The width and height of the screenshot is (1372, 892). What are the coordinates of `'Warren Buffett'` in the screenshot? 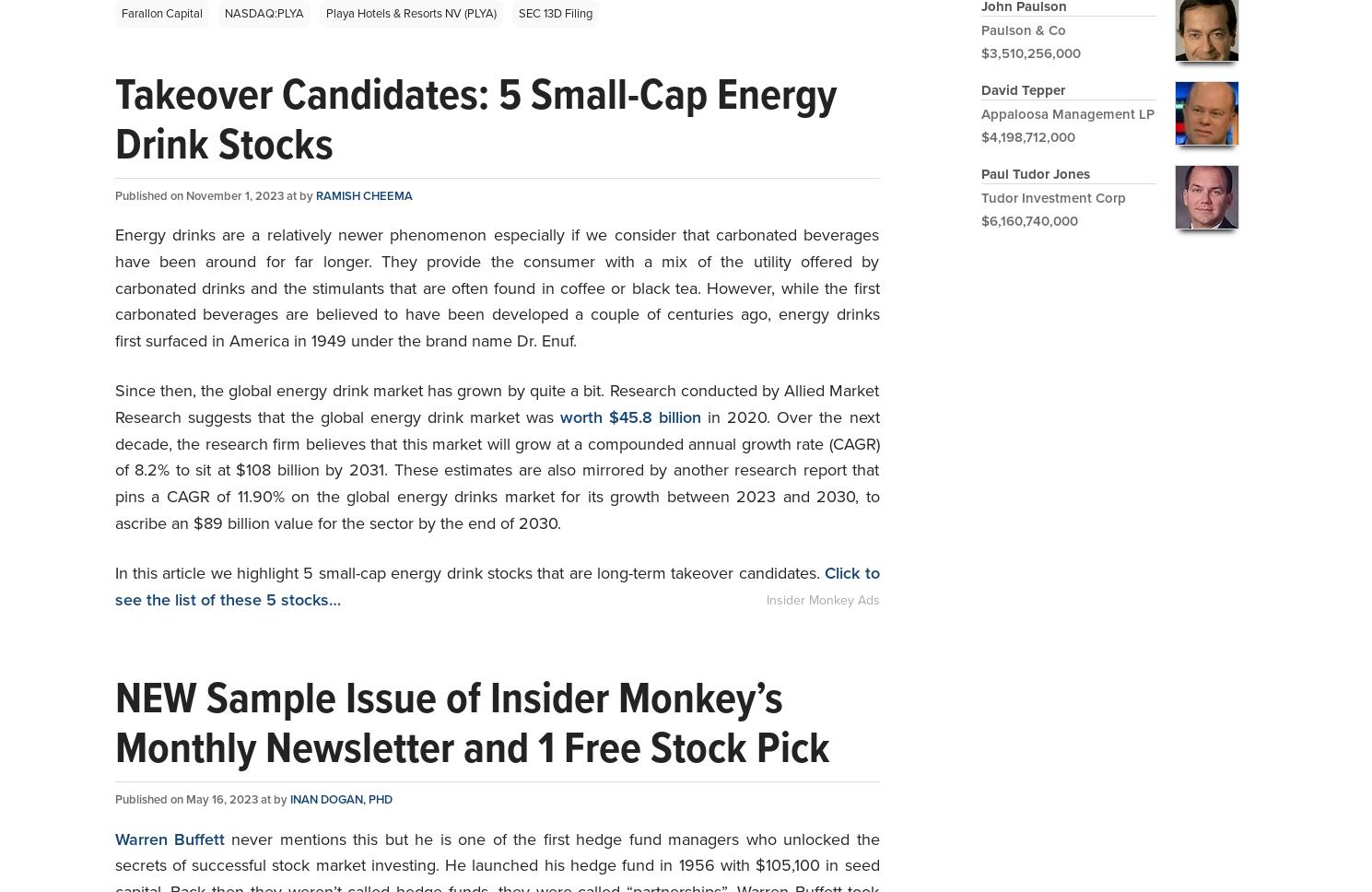 It's located at (169, 839).